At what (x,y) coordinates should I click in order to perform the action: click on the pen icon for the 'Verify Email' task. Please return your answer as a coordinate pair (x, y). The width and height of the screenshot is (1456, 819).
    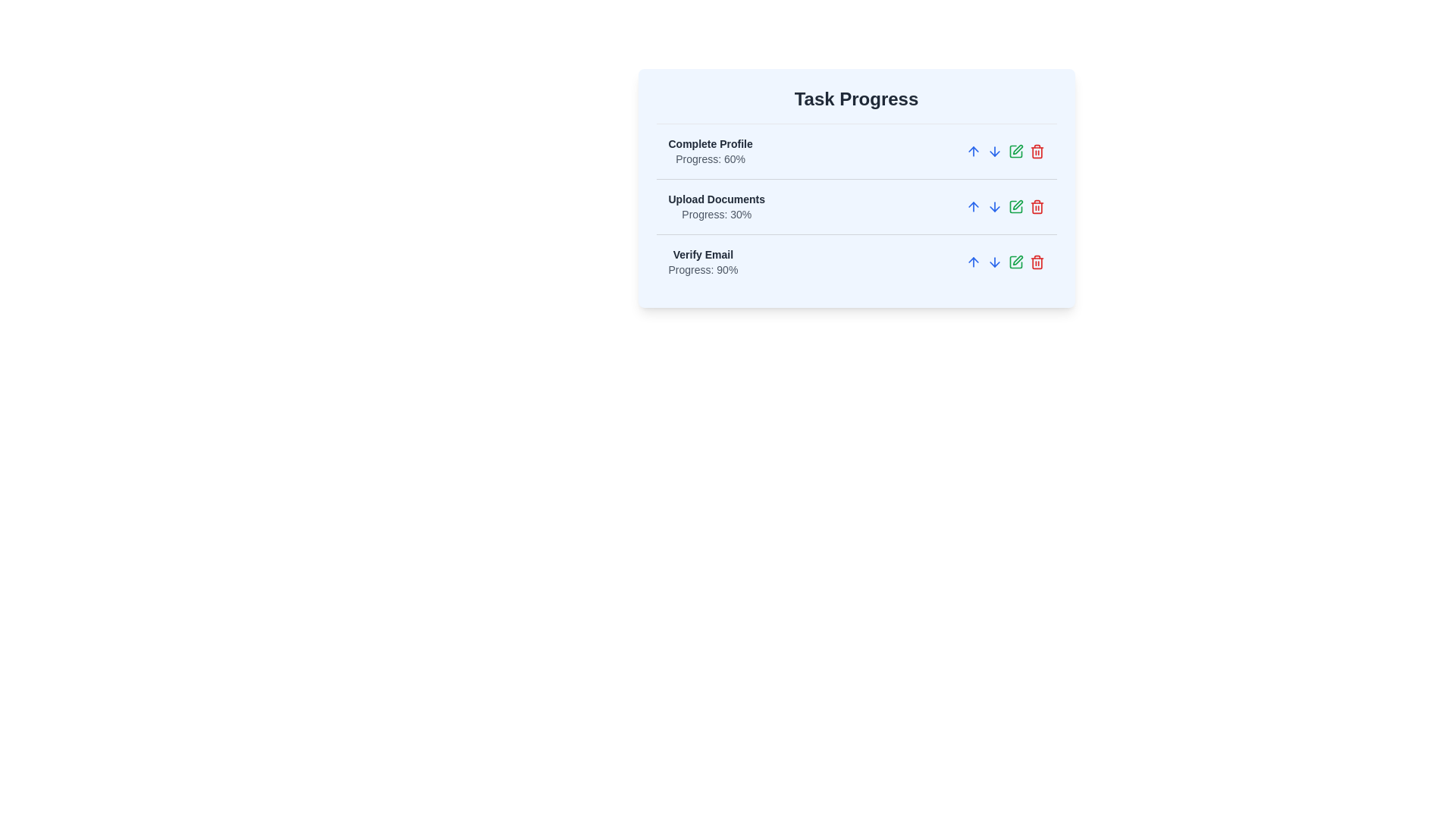
    Looking at the image, I should click on (1018, 259).